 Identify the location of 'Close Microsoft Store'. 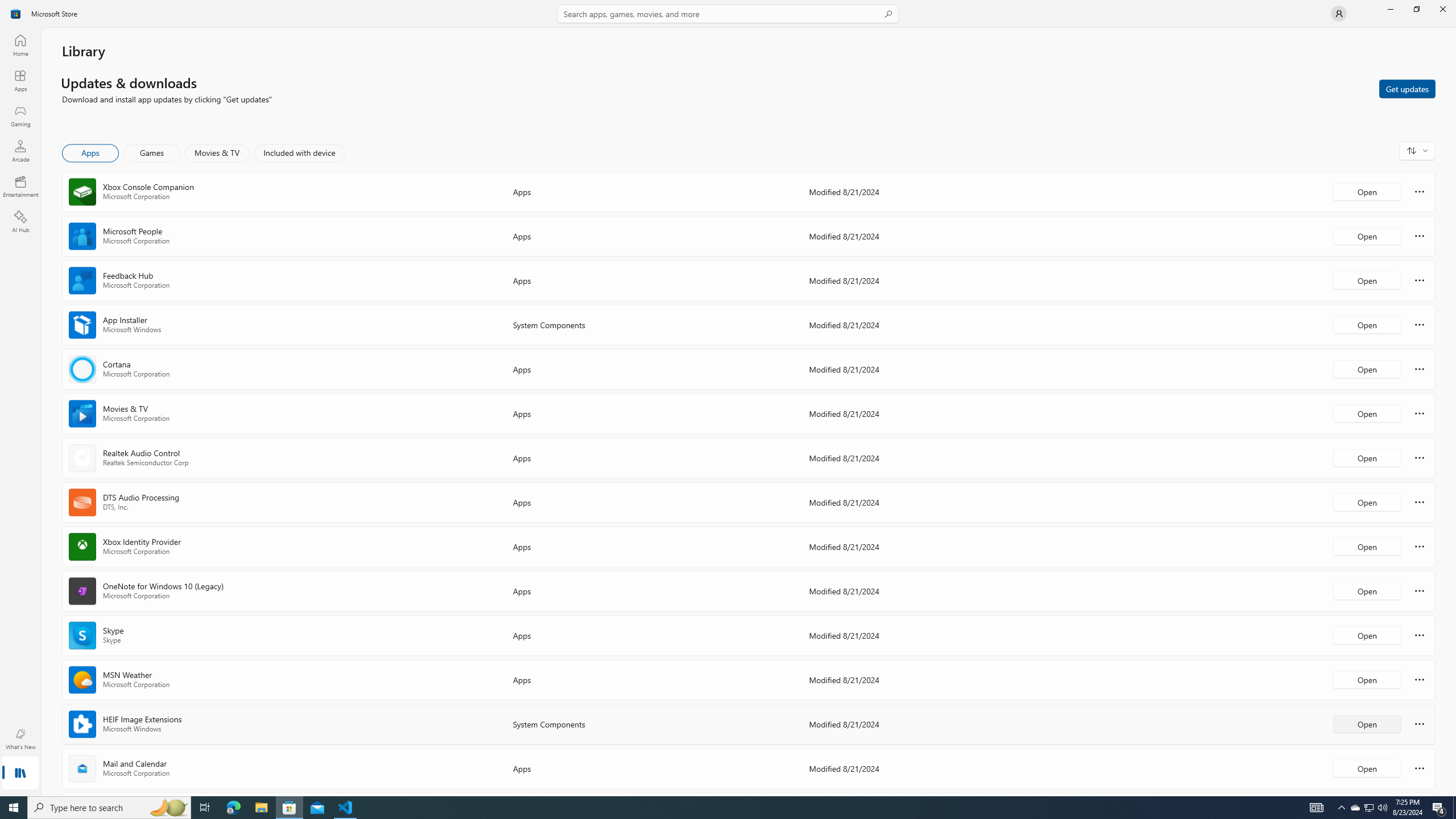
(1442, 9).